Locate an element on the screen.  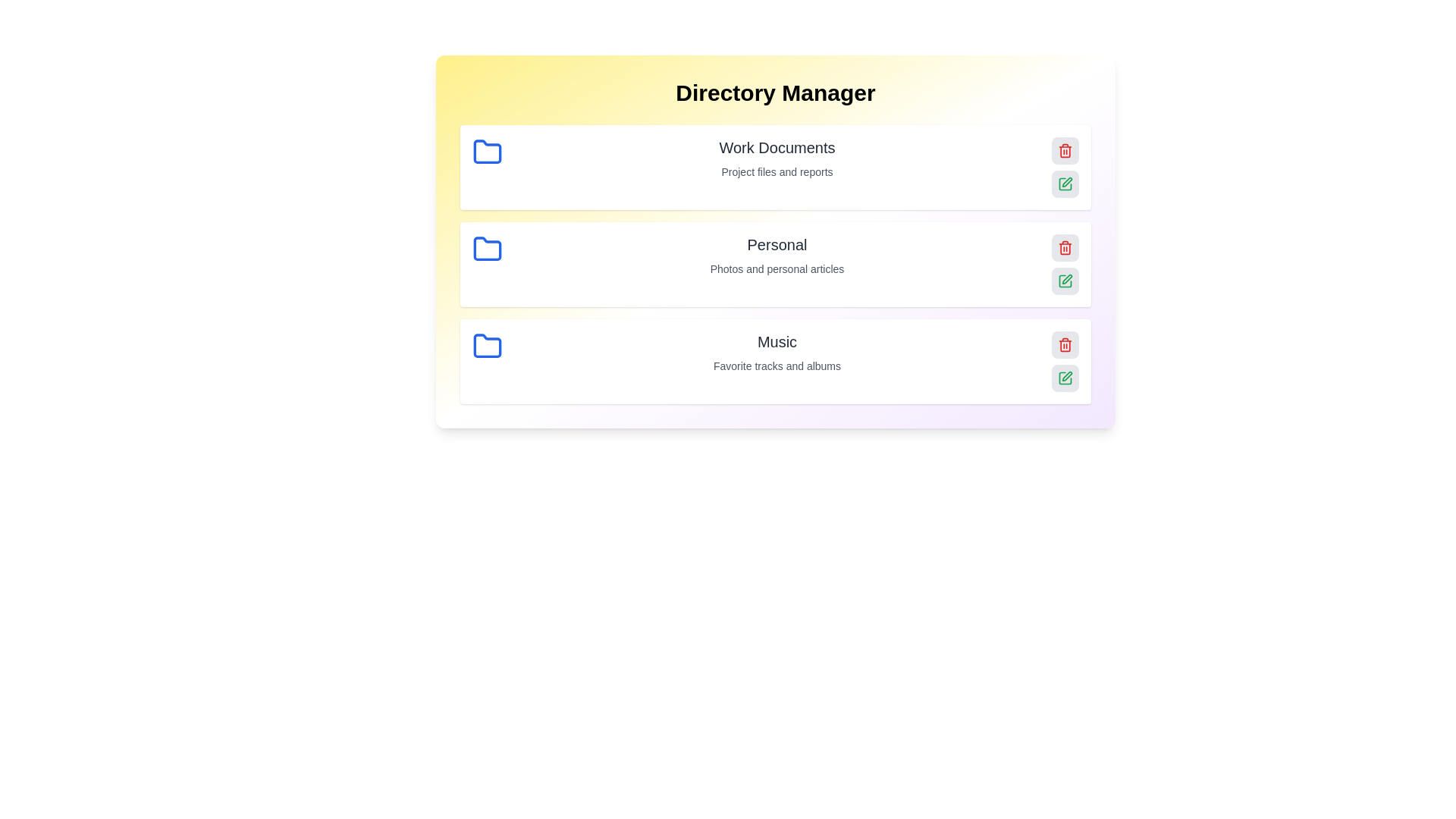
the delete button for the folder named Personal is located at coordinates (1065, 247).